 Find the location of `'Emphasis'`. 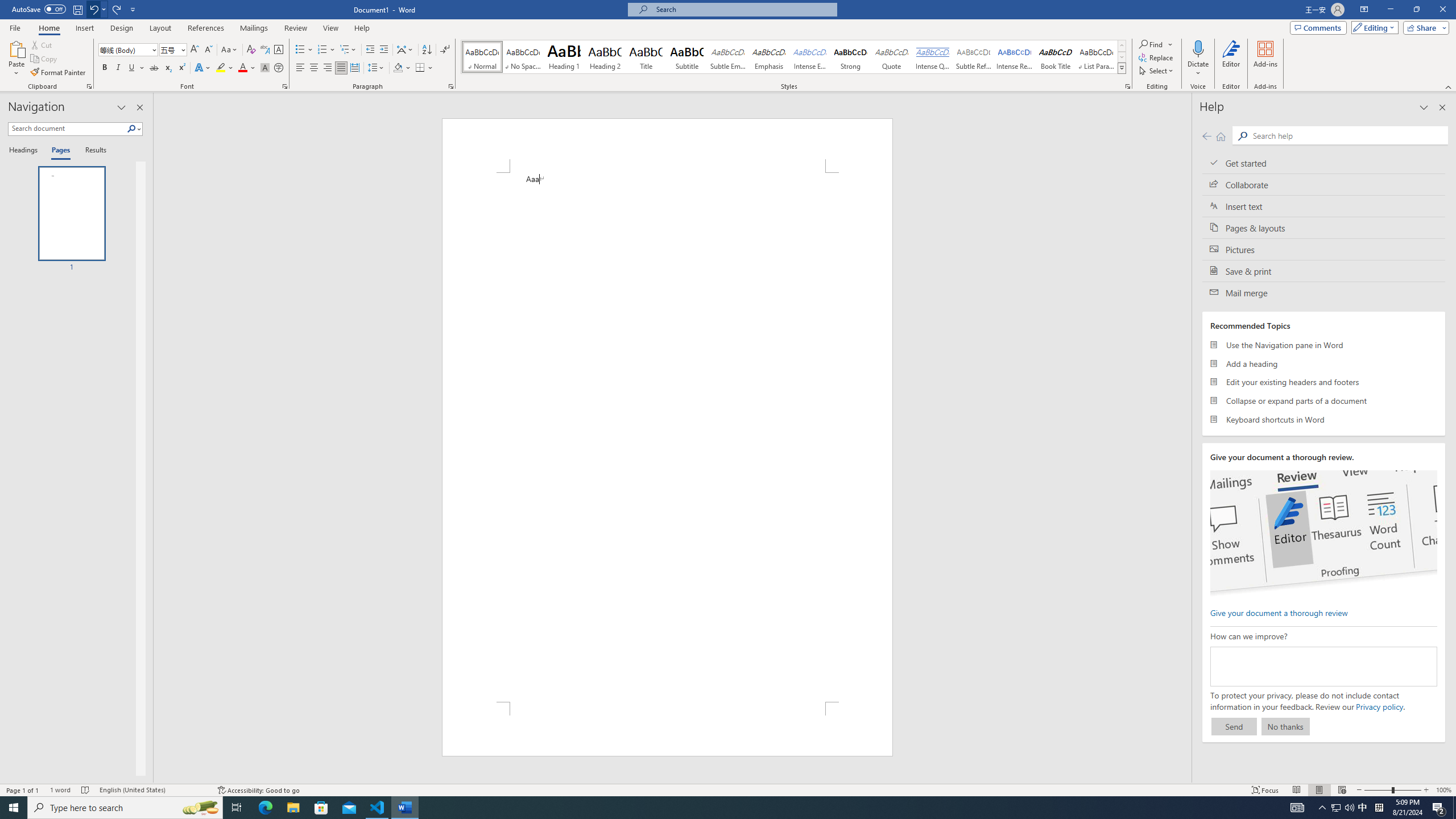

'Emphasis' is located at coordinates (768, 56).